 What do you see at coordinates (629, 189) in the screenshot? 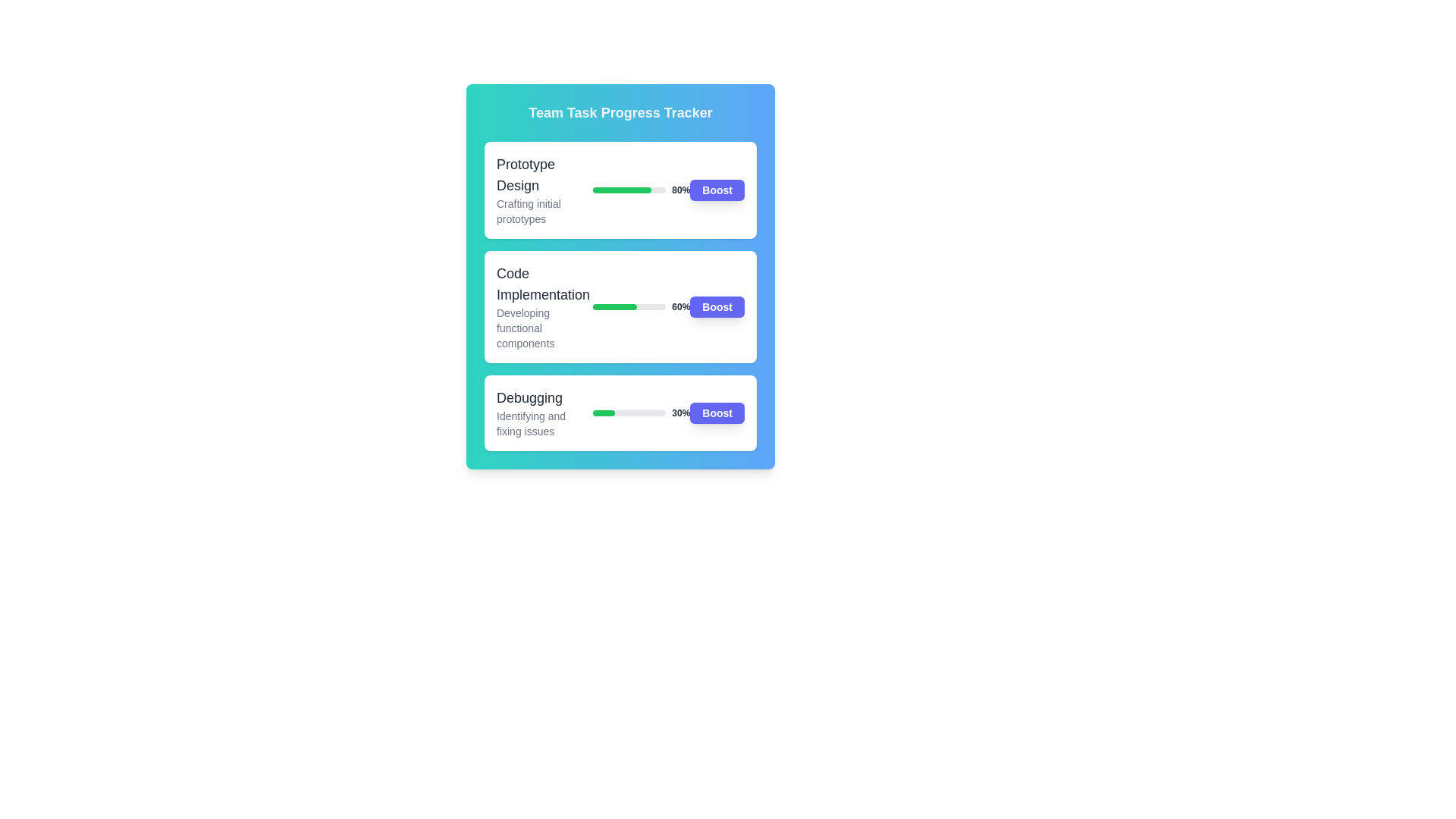
I see `the progress bar indicating the completion of the 'Prototype Design' task, which is styled with a gray base and a green filled section covering 80% of its width` at bounding box center [629, 189].